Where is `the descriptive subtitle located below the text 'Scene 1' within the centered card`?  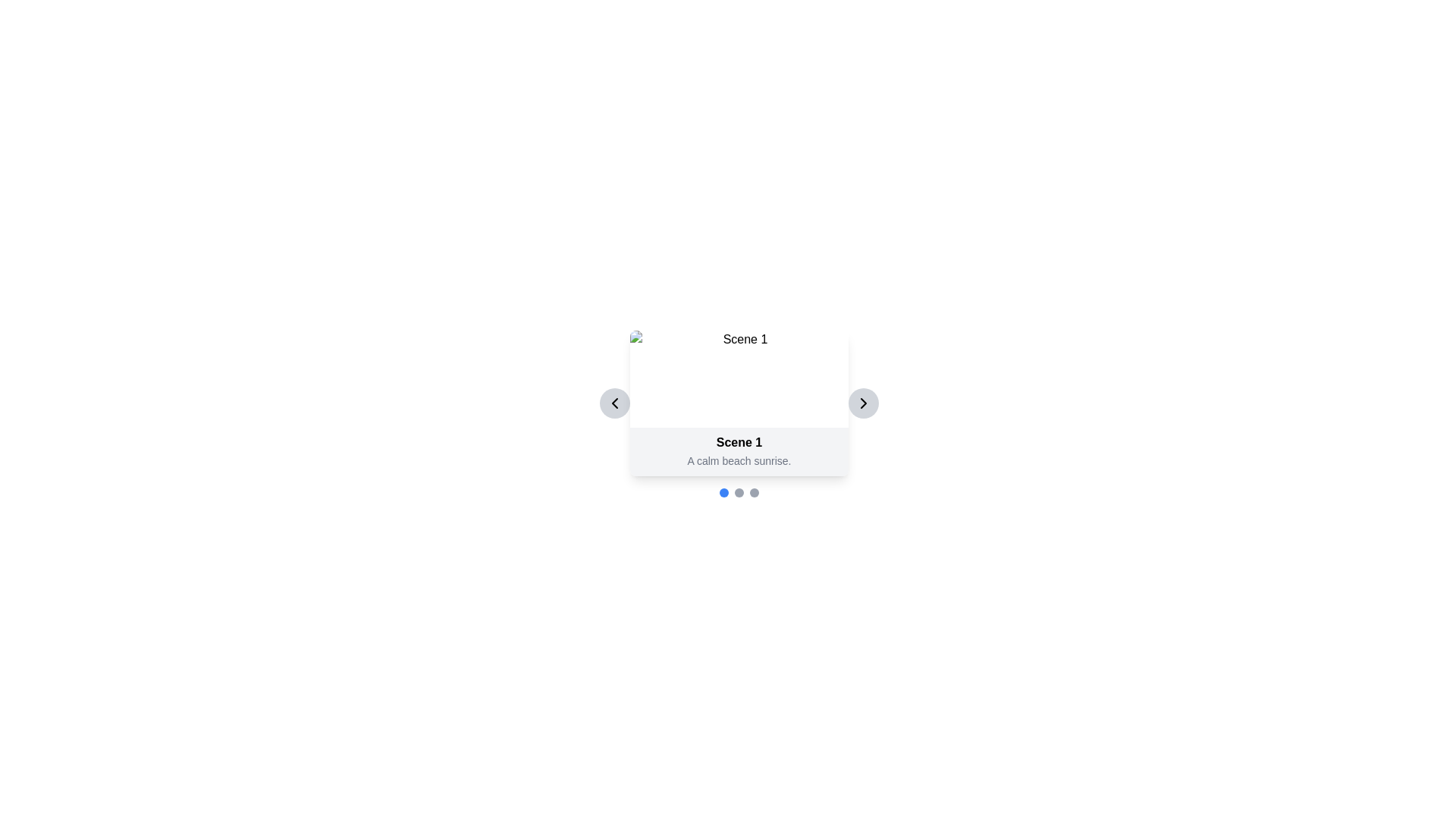
the descriptive subtitle located below the text 'Scene 1' within the centered card is located at coordinates (739, 460).